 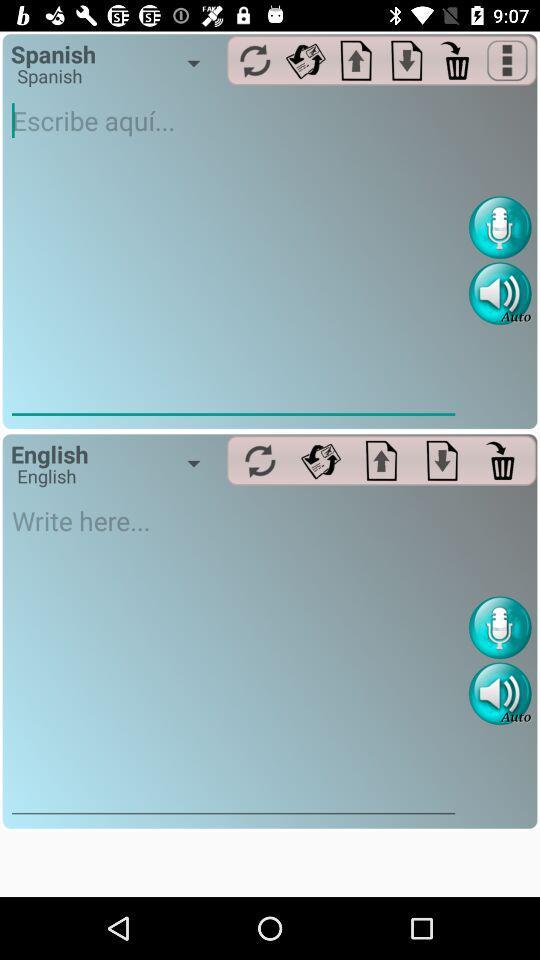 What do you see at coordinates (406, 59) in the screenshot?
I see `download` at bounding box center [406, 59].